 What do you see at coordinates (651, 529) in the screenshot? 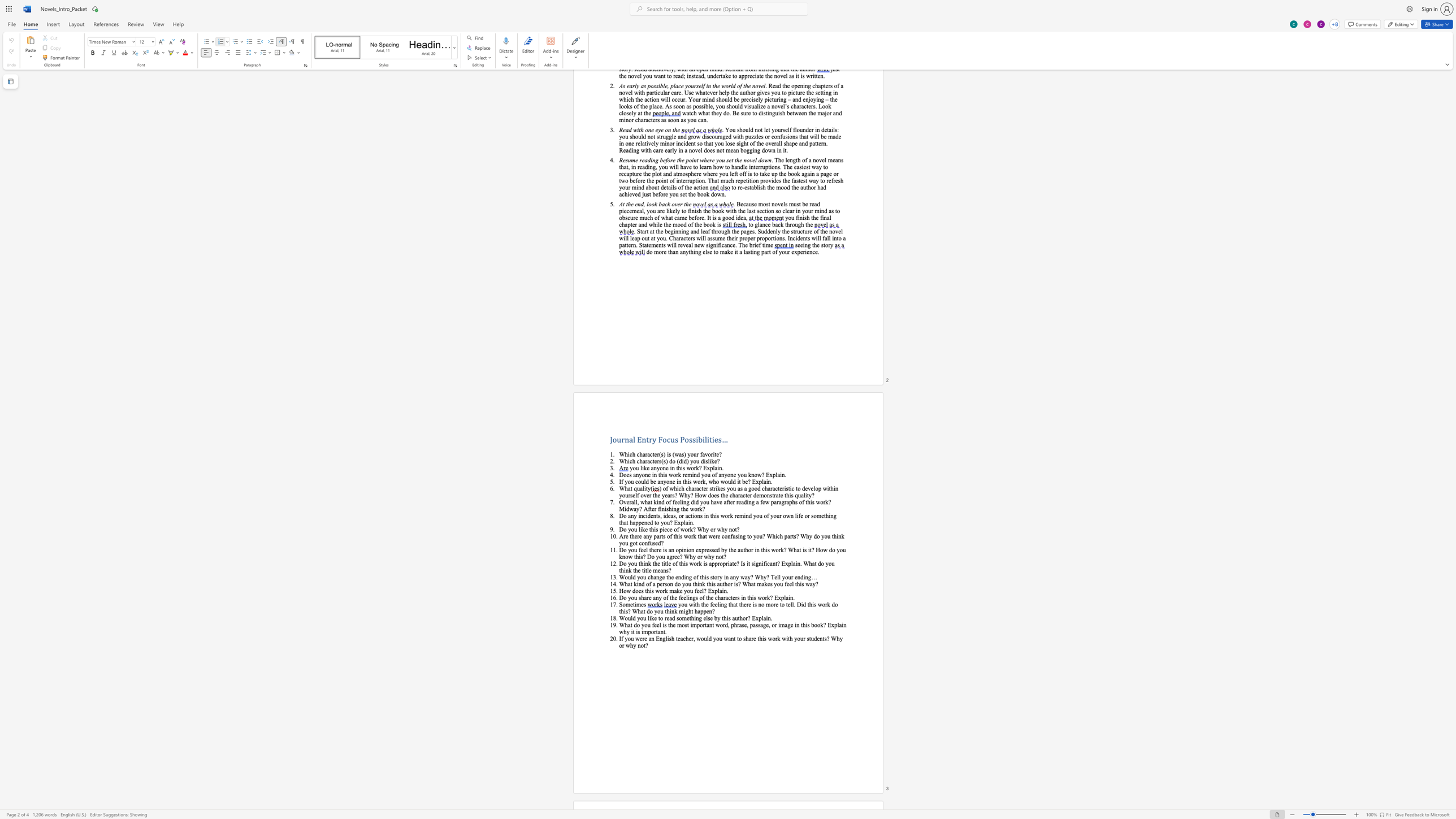
I see `the space between the continuous character "t" and "h" in the text` at bounding box center [651, 529].